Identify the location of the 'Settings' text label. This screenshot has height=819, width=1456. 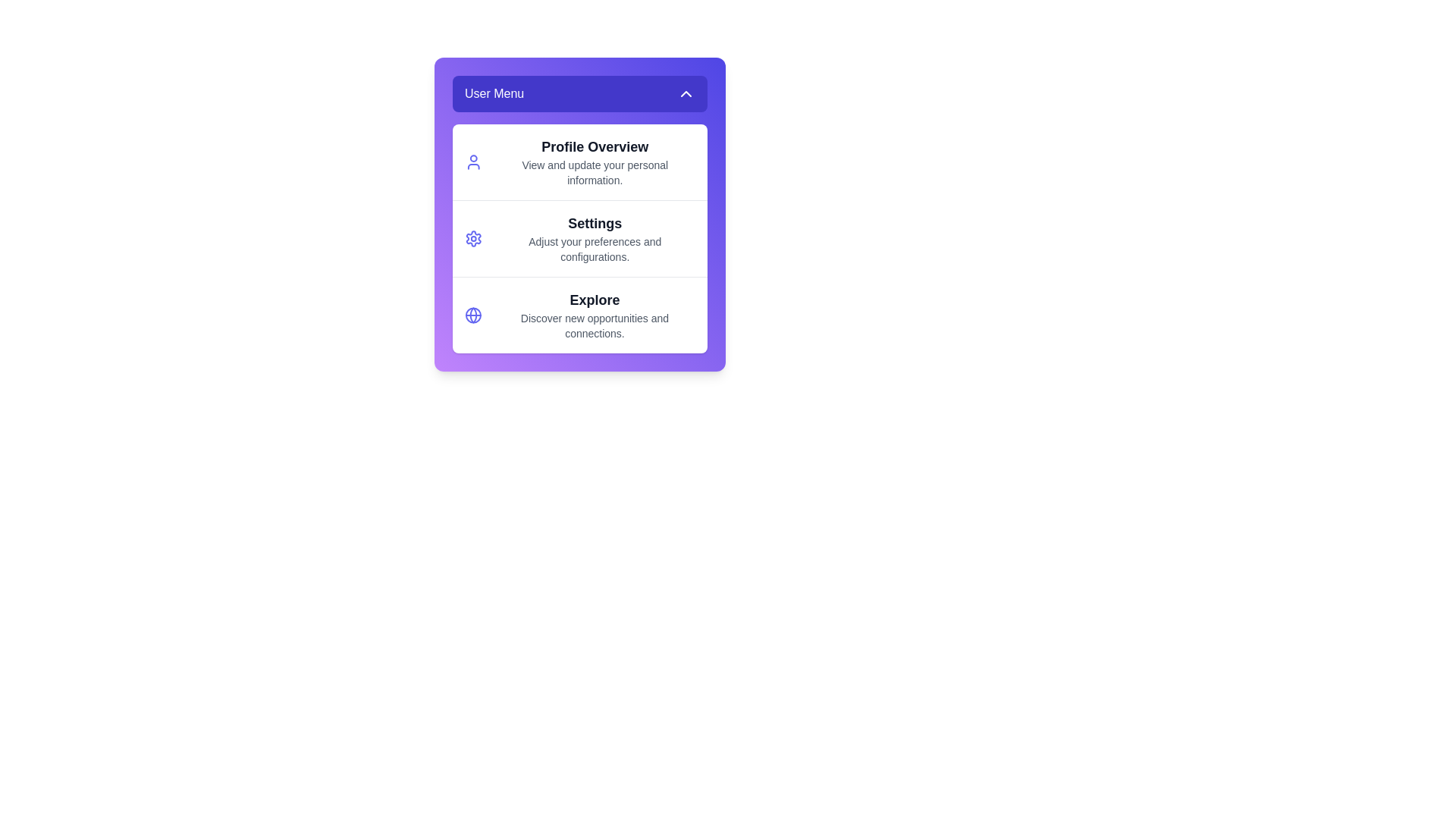
(594, 223).